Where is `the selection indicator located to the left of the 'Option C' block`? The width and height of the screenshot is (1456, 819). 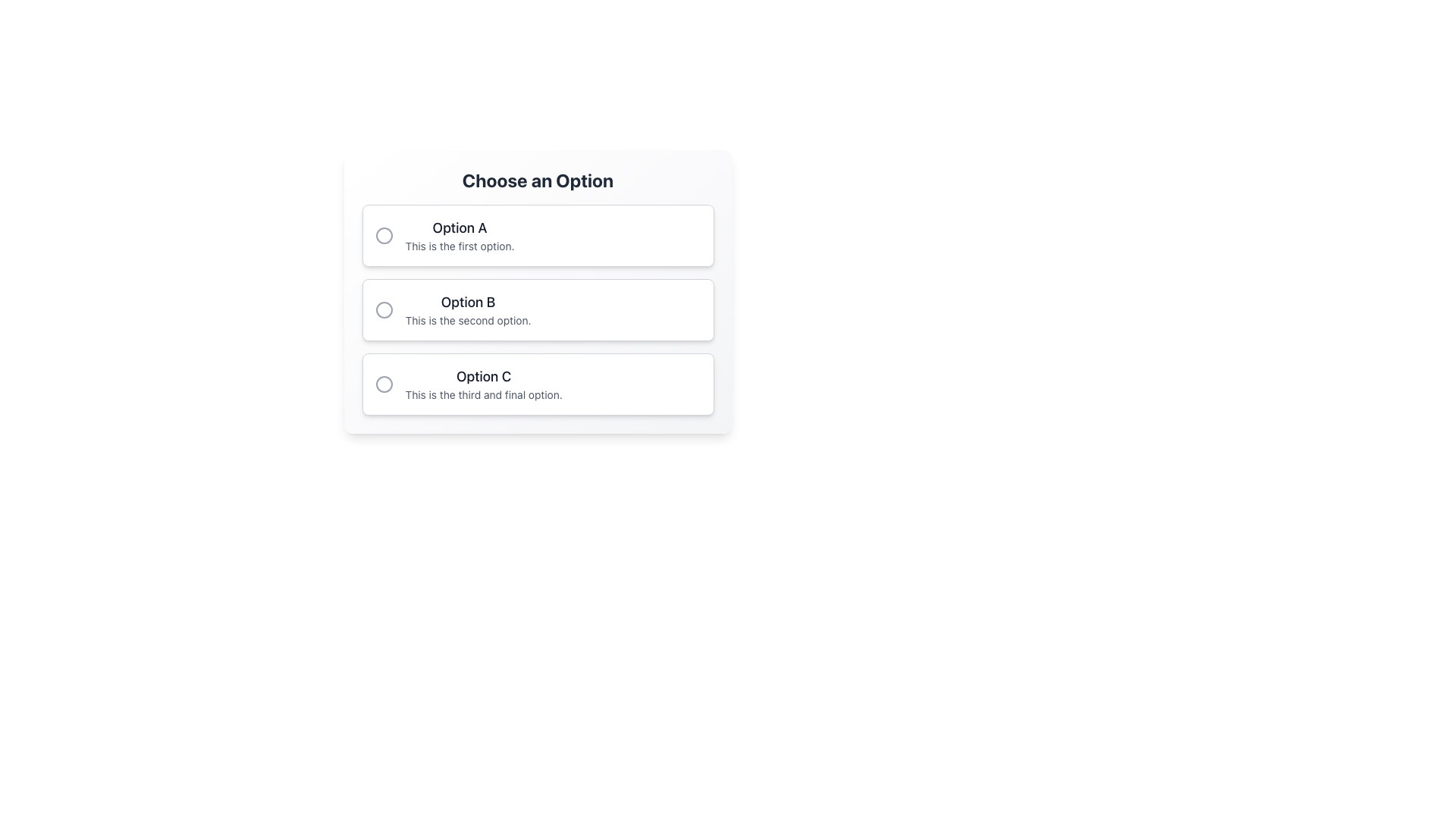 the selection indicator located to the left of the 'Option C' block is located at coordinates (384, 383).